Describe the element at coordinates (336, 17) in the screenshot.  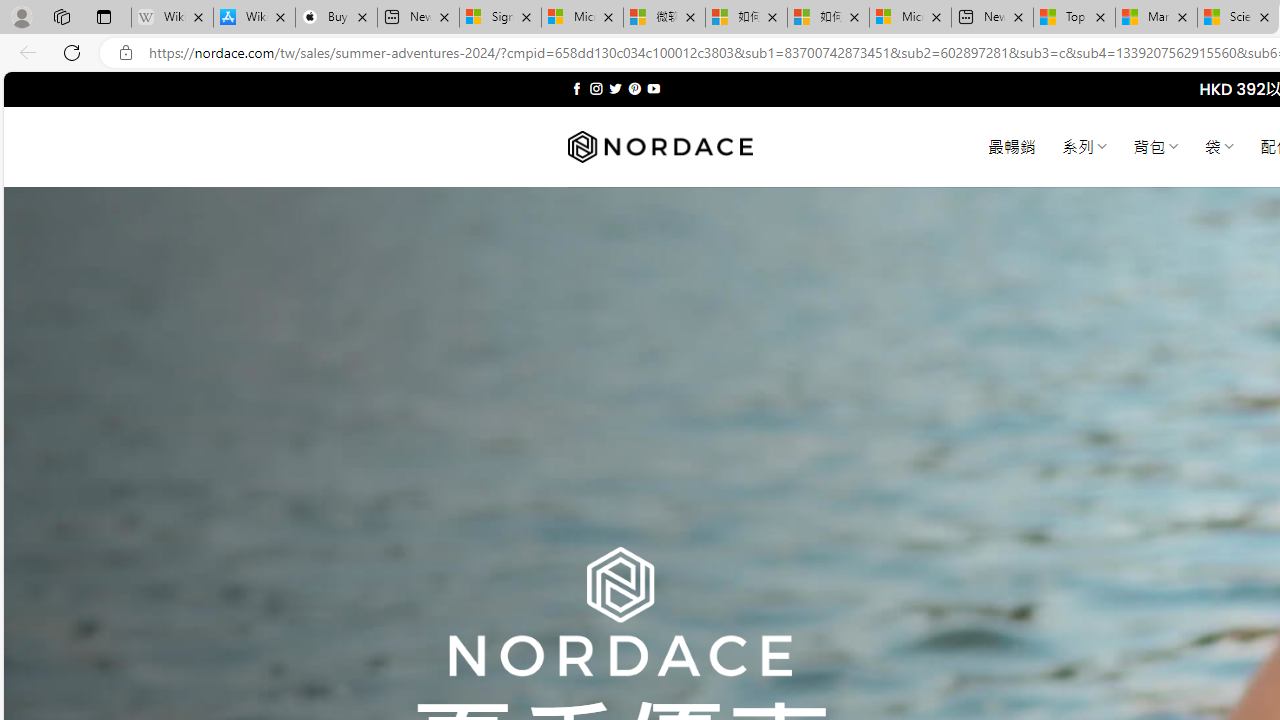
I see `'Buy iPad - Apple'` at that location.